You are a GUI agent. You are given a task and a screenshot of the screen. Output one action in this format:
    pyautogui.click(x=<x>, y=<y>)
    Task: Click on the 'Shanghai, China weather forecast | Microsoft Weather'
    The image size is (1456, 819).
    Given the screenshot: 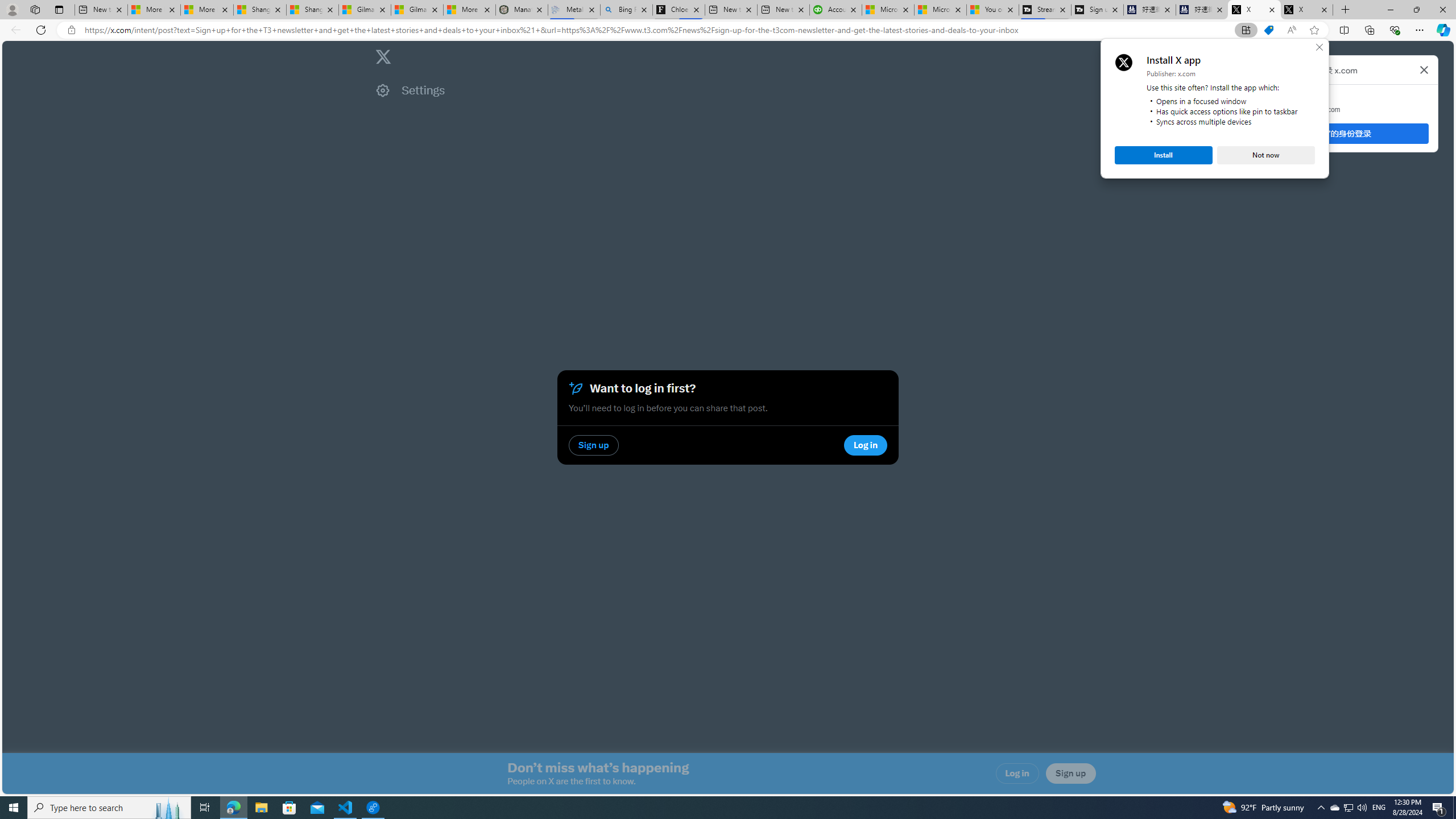 What is the action you would take?
    pyautogui.click(x=312, y=9)
    